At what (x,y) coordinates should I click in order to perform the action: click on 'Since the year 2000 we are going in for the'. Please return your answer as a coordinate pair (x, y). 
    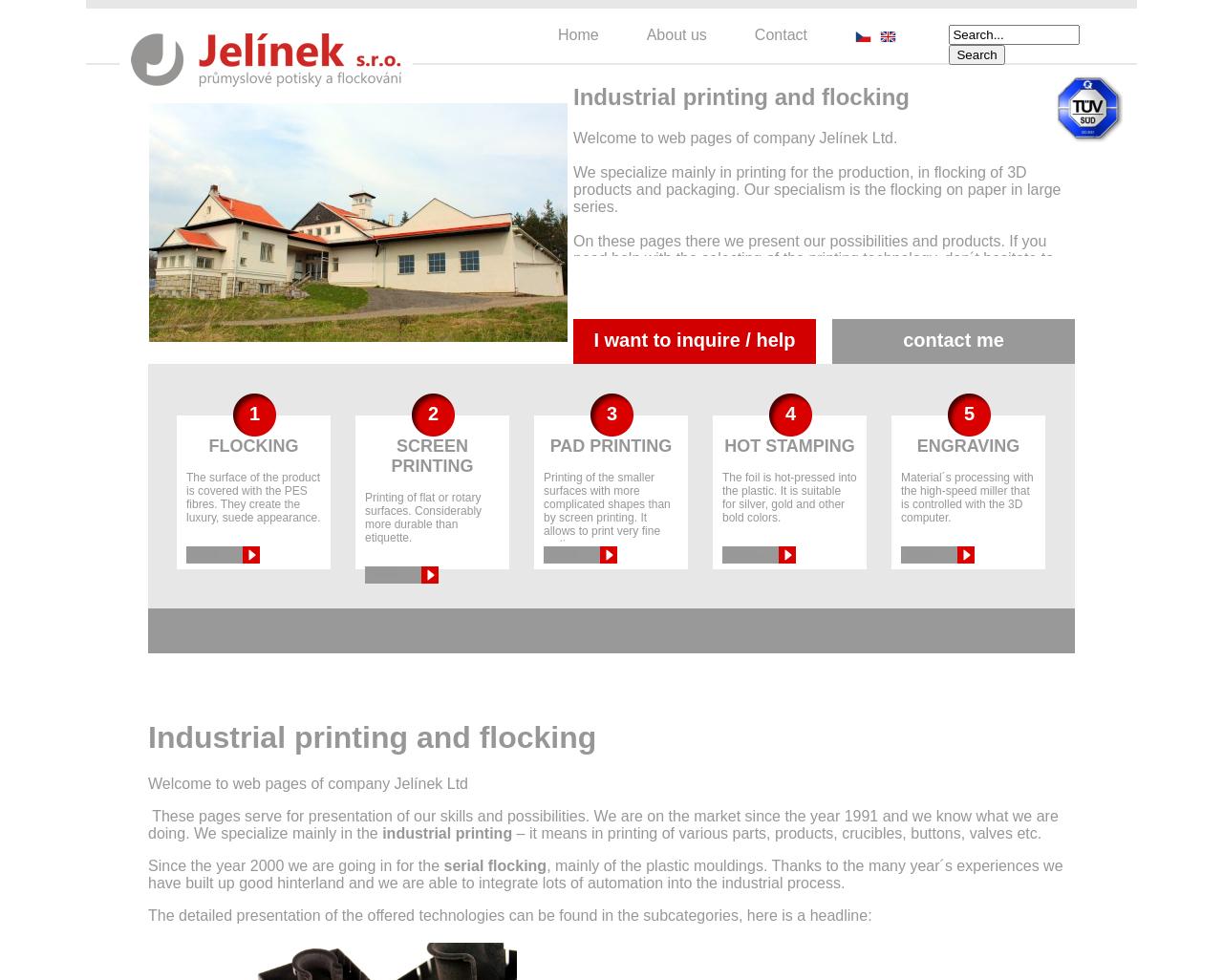
    Looking at the image, I should click on (294, 864).